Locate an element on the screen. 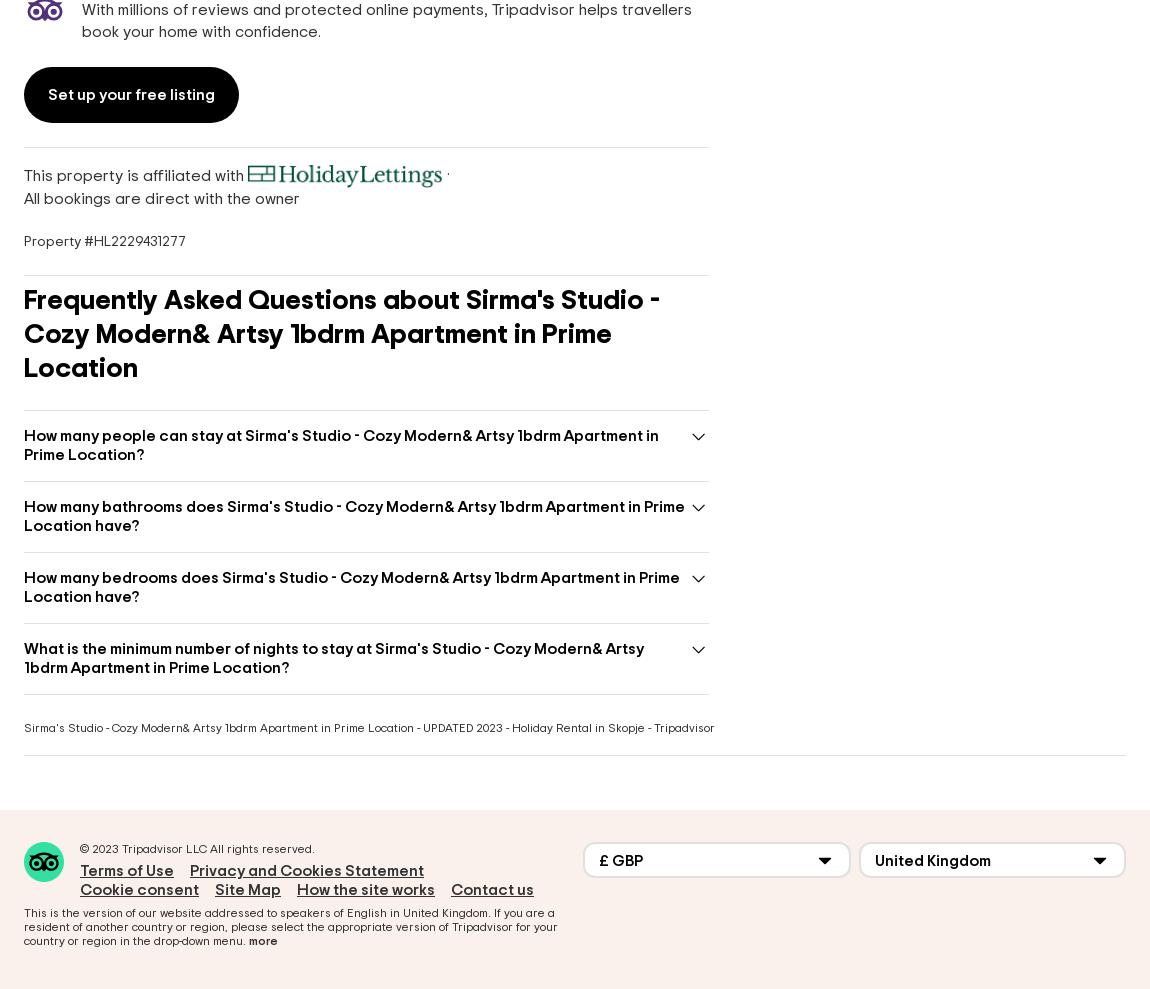 The image size is (1150, 989). 'Frequently Asked Questions about' is located at coordinates (243, 300).